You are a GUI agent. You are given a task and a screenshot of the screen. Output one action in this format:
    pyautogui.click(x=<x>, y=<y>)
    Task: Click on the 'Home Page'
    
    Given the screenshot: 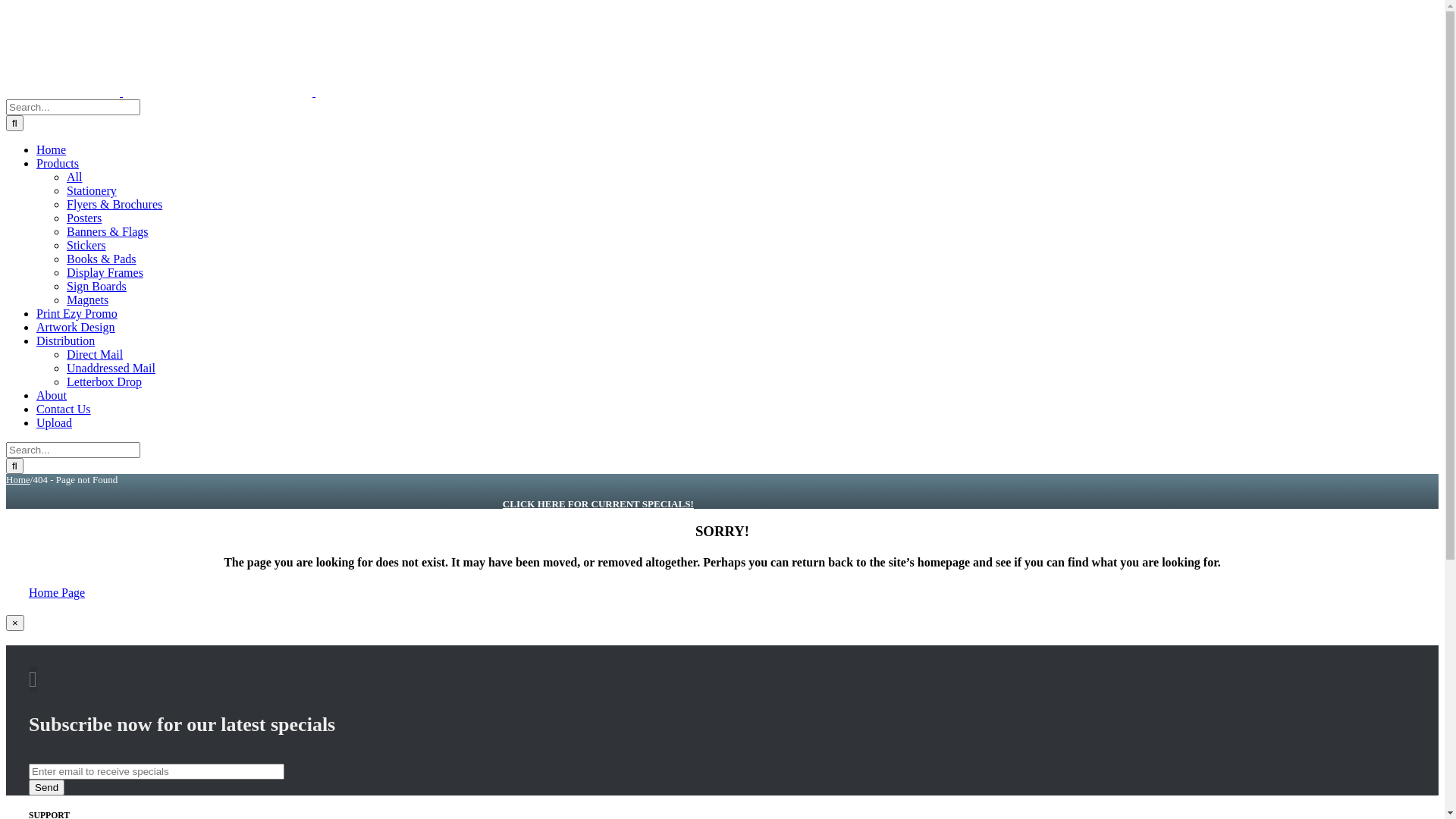 What is the action you would take?
    pyautogui.click(x=57, y=591)
    